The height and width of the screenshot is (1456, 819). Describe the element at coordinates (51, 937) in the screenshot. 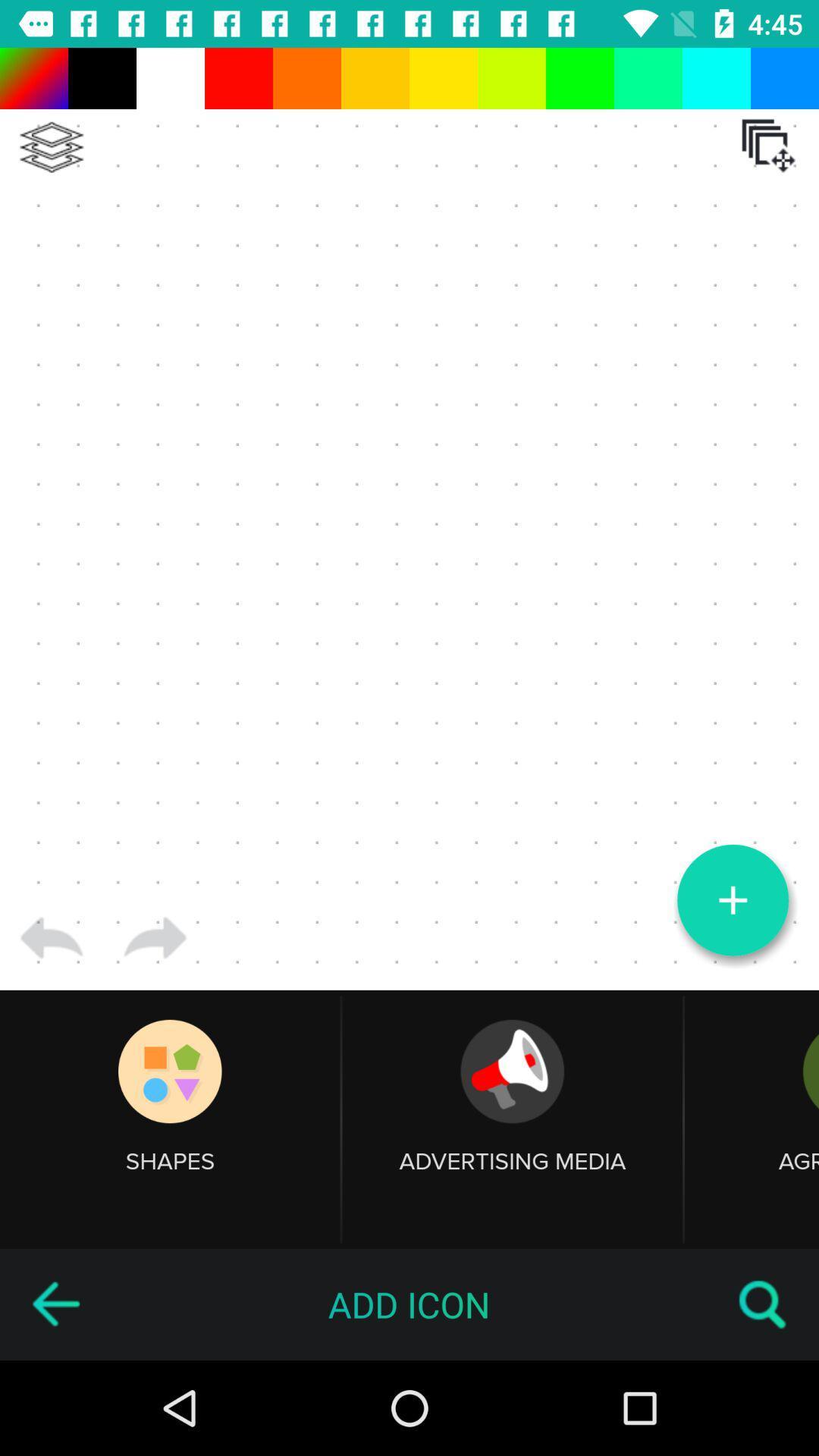

I see `item above shapes item` at that location.